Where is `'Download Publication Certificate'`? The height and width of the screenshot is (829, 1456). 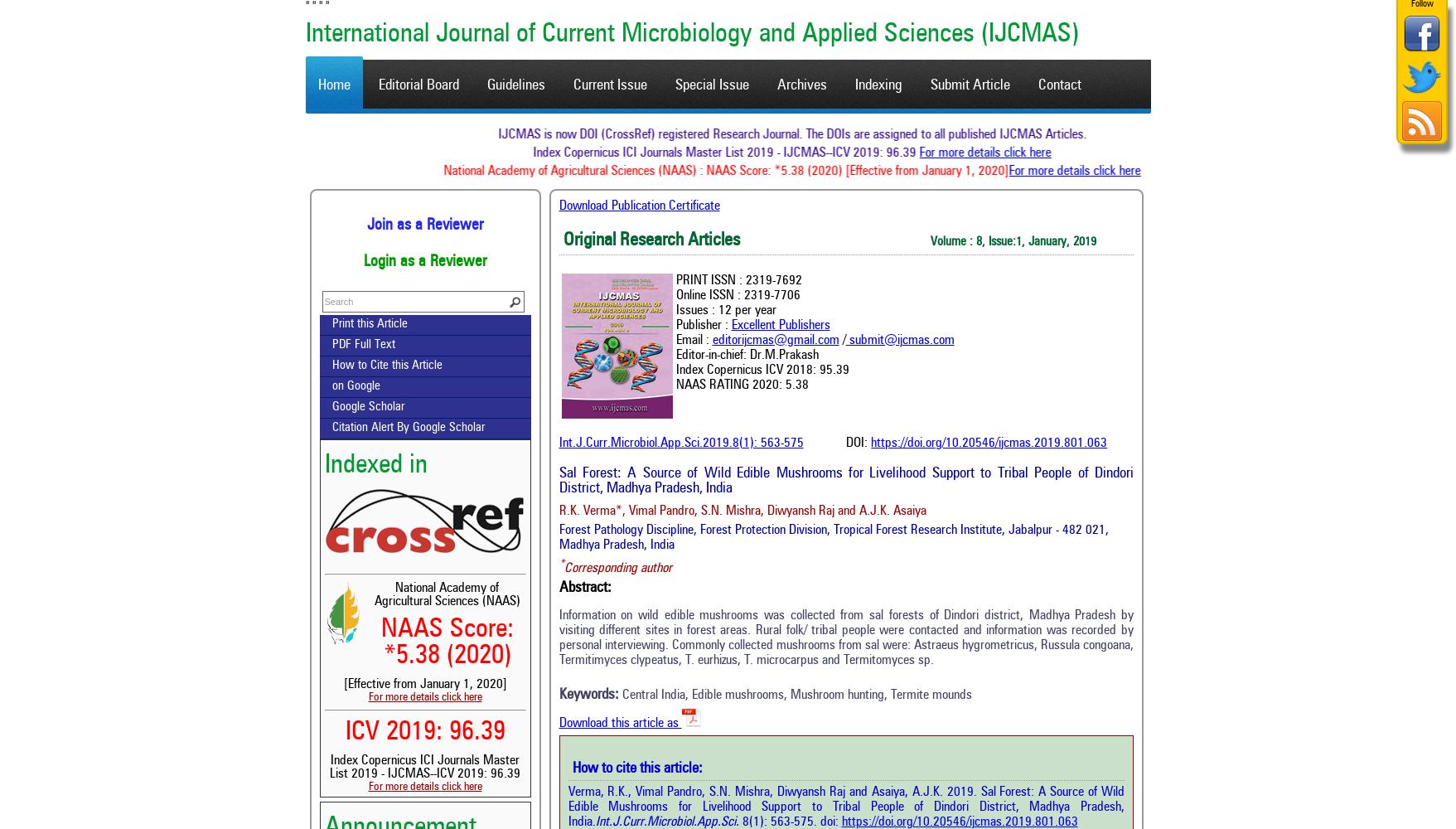
'Download Publication Certificate' is located at coordinates (638, 206).